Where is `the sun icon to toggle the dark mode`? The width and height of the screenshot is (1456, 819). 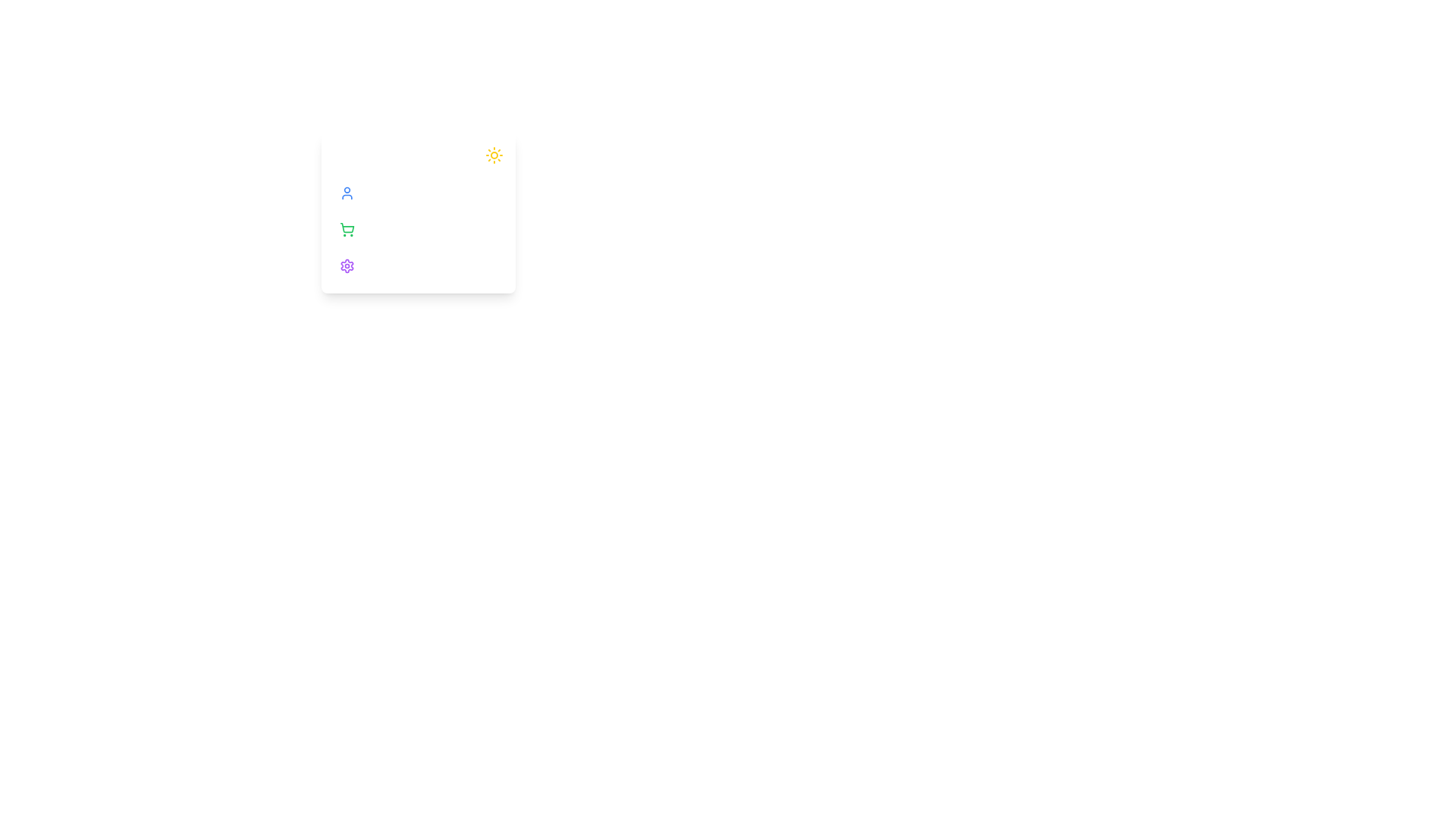
the sun icon to toggle the dark mode is located at coordinates (494, 155).